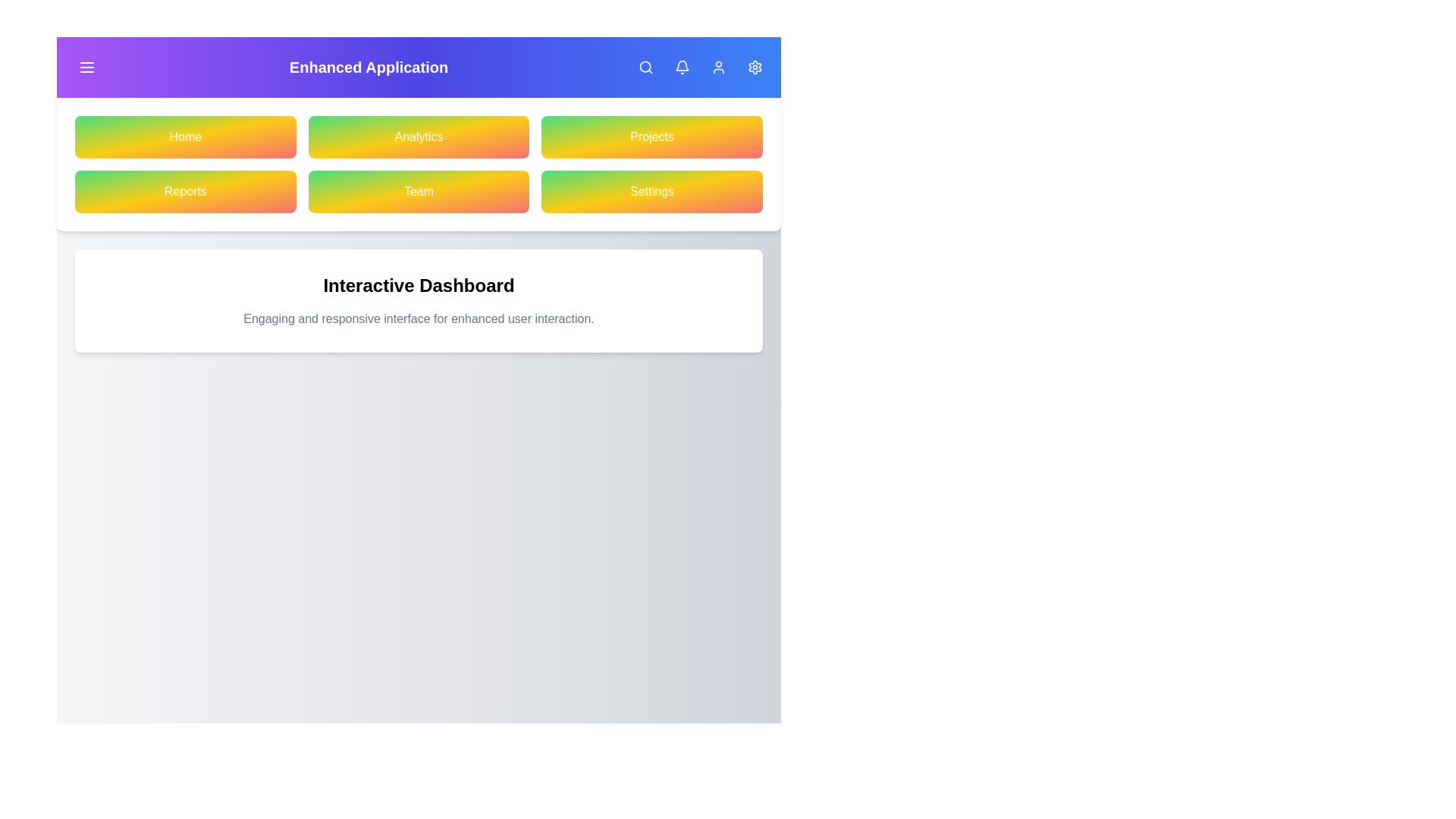 This screenshot has height=819, width=1456. Describe the element at coordinates (645, 66) in the screenshot. I see `the Search header icon` at that location.